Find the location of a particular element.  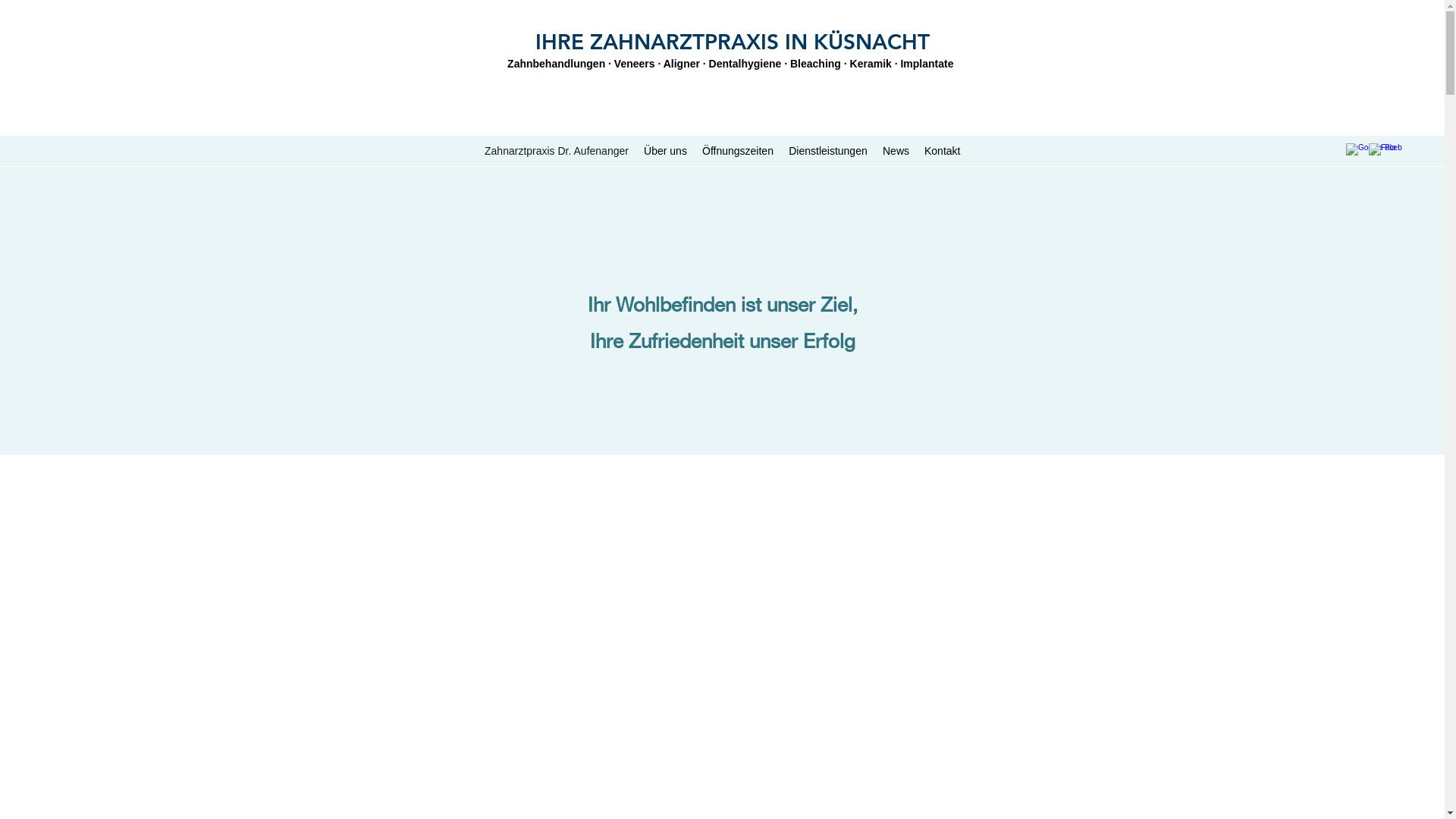

'Zahnarztpraxis Dr. Aufenanger' is located at coordinates (556, 151).